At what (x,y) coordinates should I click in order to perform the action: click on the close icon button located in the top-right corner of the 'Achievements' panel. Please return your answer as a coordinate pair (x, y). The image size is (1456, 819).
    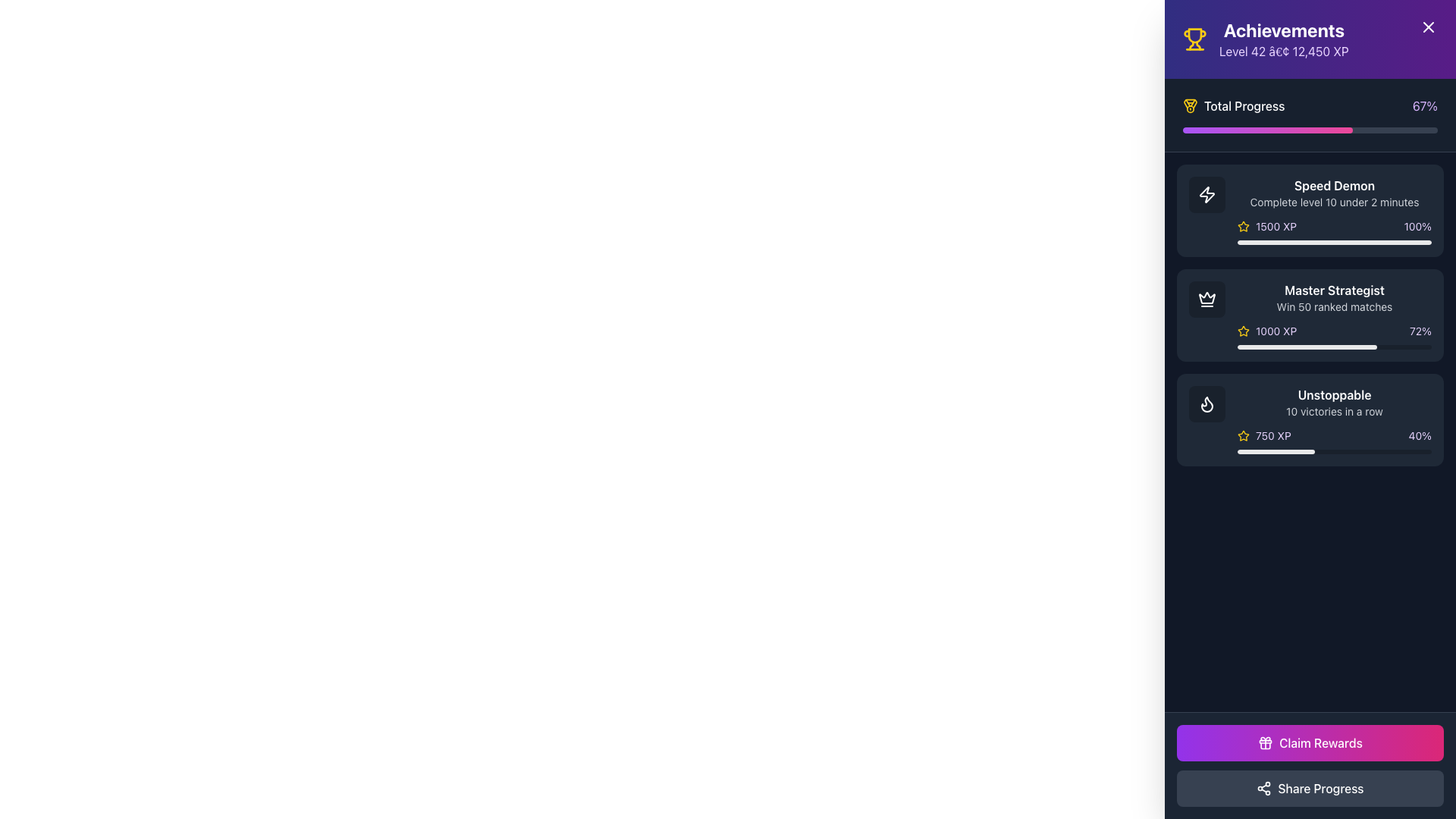
    Looking at the image, I should click on (1427, 27).